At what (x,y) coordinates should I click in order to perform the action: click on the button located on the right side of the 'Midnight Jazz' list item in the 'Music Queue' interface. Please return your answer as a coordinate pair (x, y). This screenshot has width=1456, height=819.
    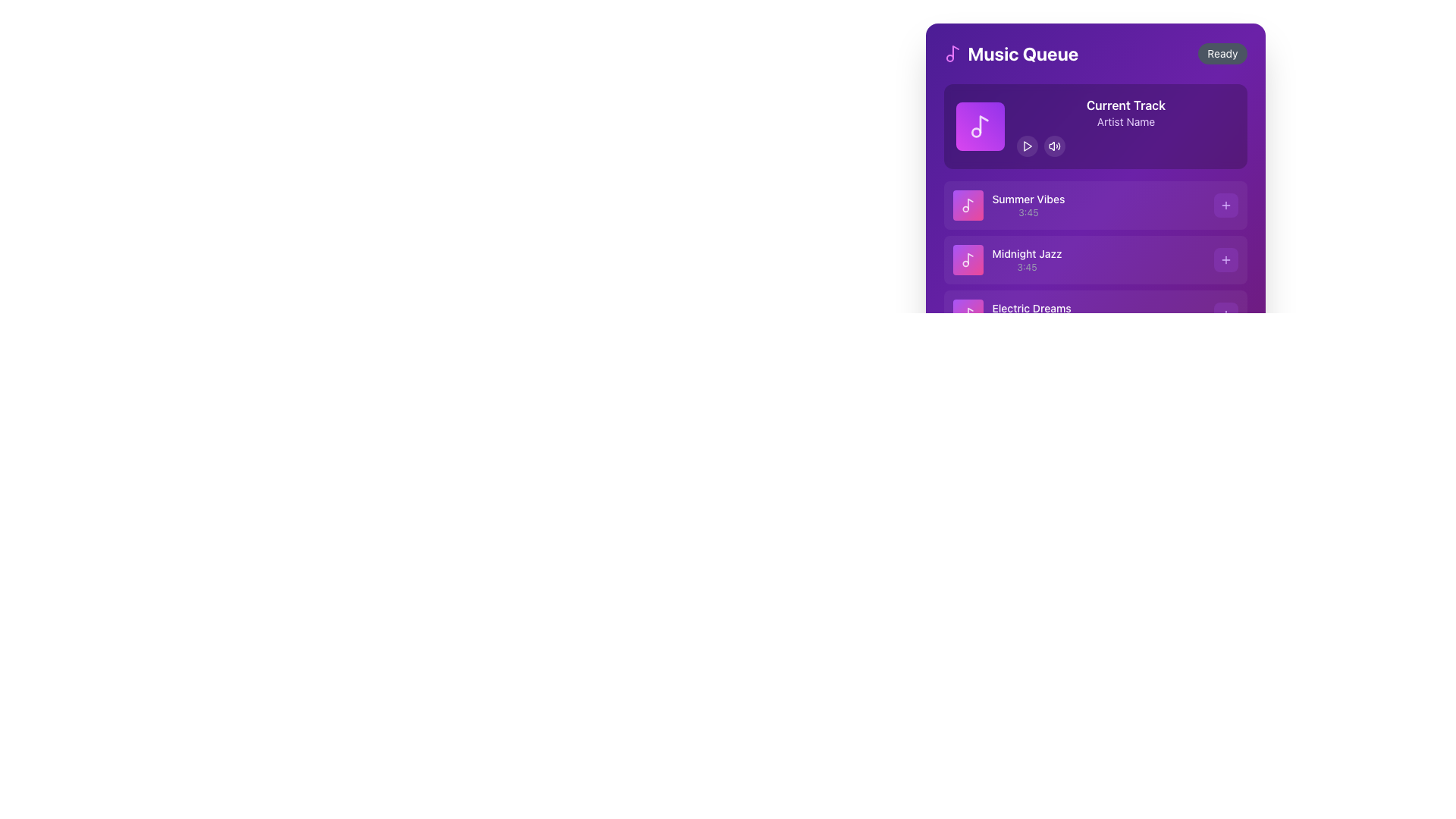
    Looking at the image, I should click on (1225, 259).